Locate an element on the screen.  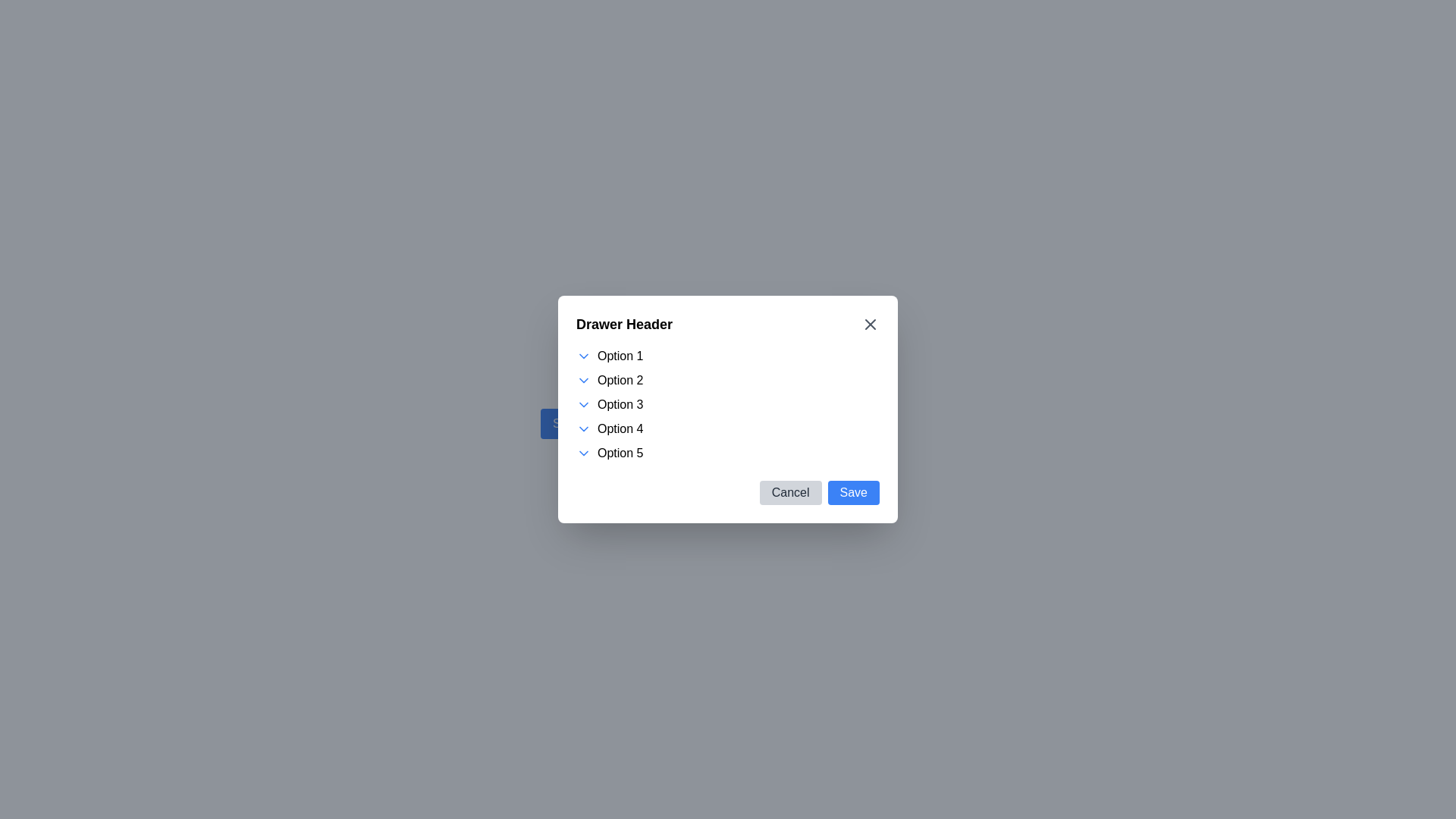
the save button located in the modal footer section, which is the second button in a horizontal group, positioned to the right of the 'Cancel' button is located at coordinates (853, 493).